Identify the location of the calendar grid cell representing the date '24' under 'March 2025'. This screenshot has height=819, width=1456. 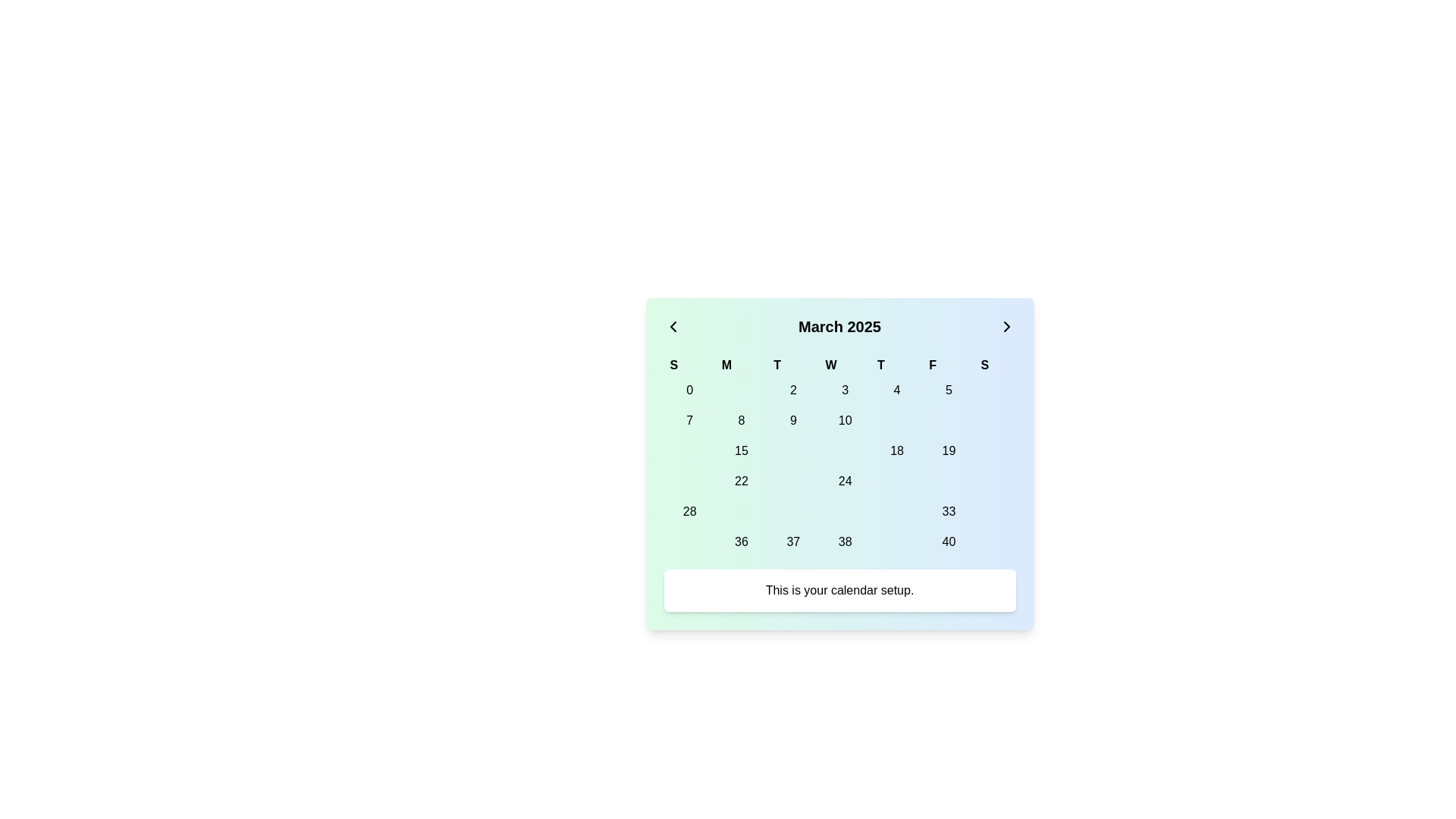
(839, 465).